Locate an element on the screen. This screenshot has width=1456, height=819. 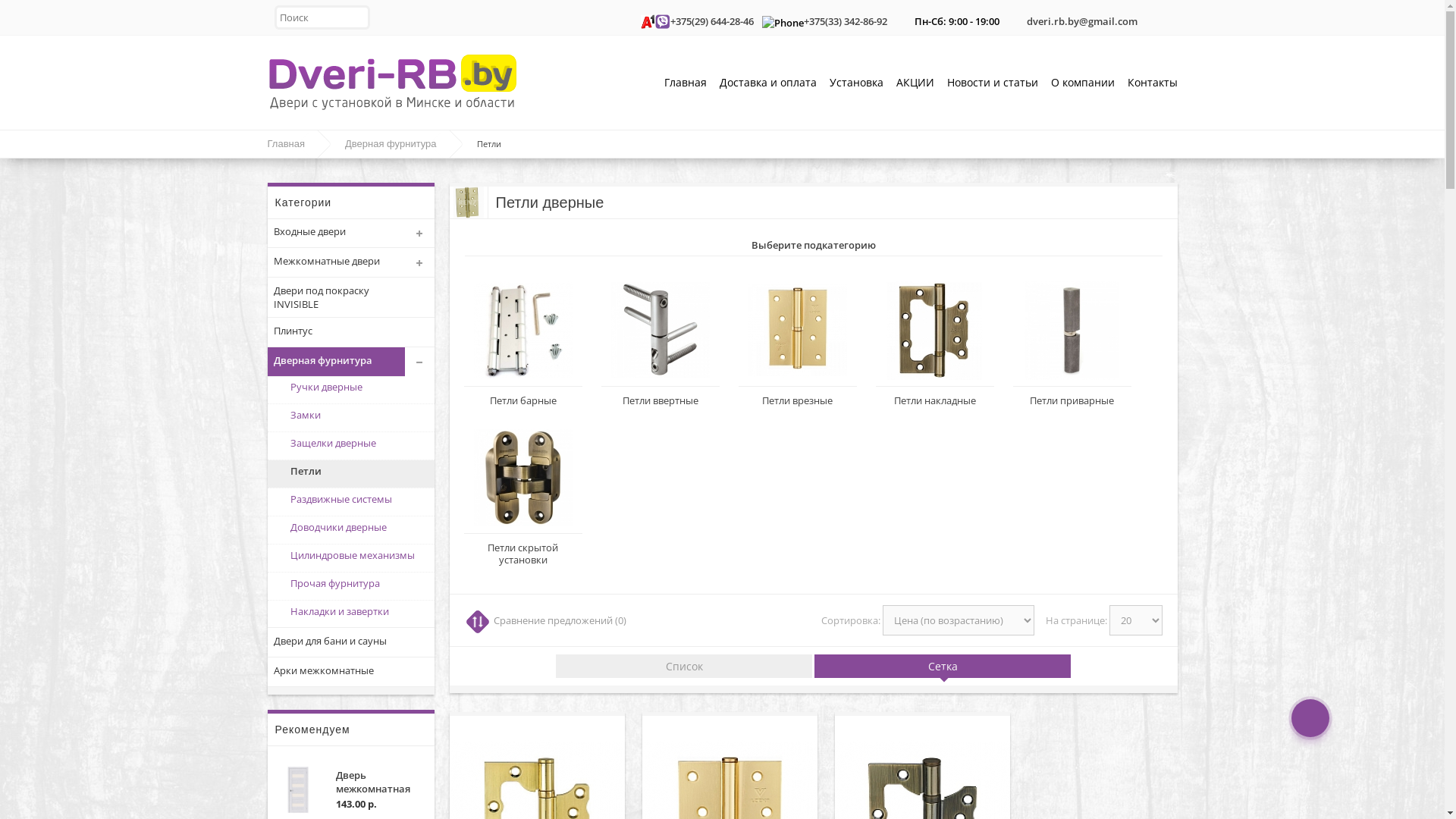
'+375(29) 644-28-46' is located at coordinates (711, 20).